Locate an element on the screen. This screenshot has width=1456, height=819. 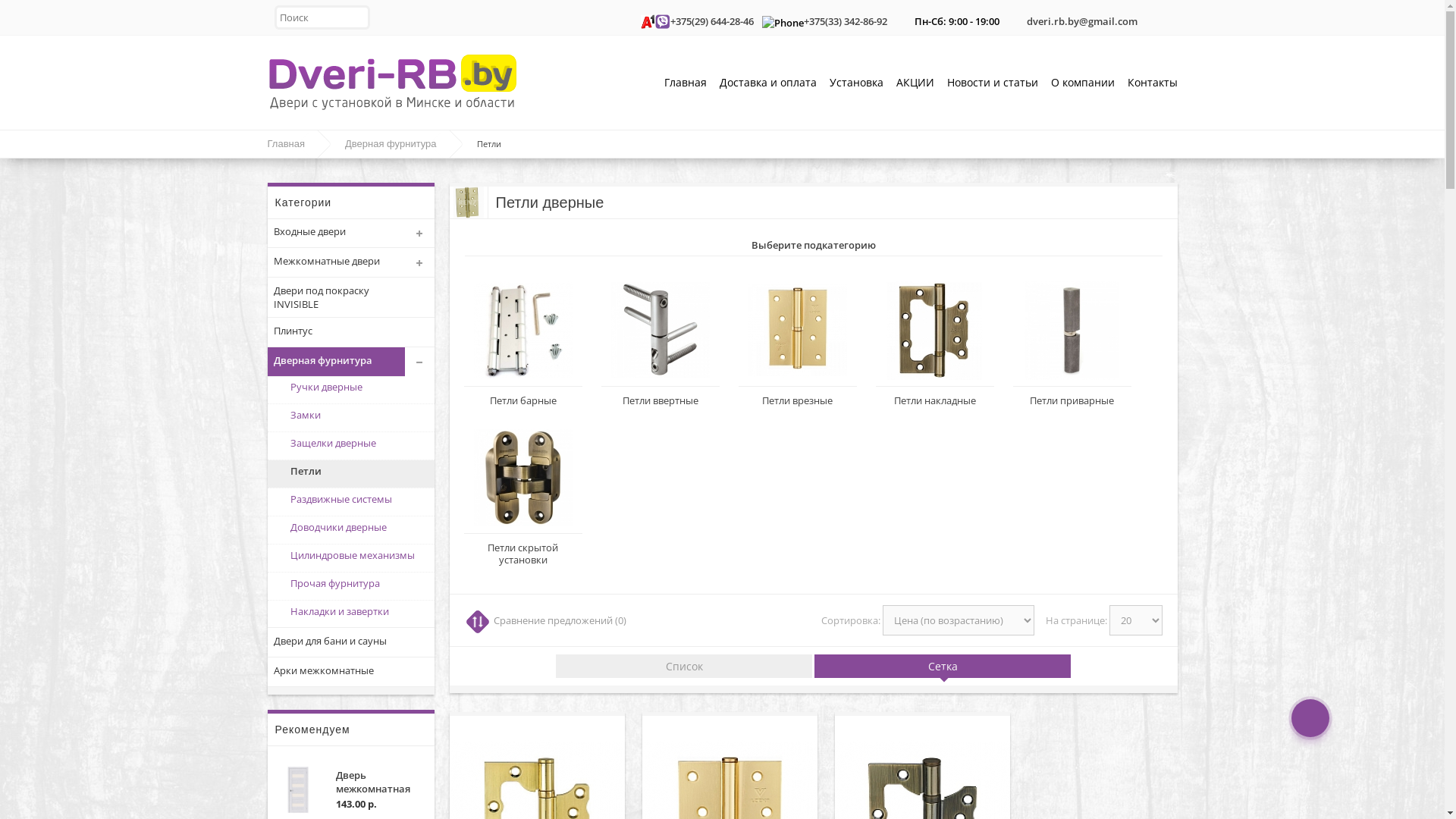
'+375(29) 644-28-46' is located at coordinates (711, 20).